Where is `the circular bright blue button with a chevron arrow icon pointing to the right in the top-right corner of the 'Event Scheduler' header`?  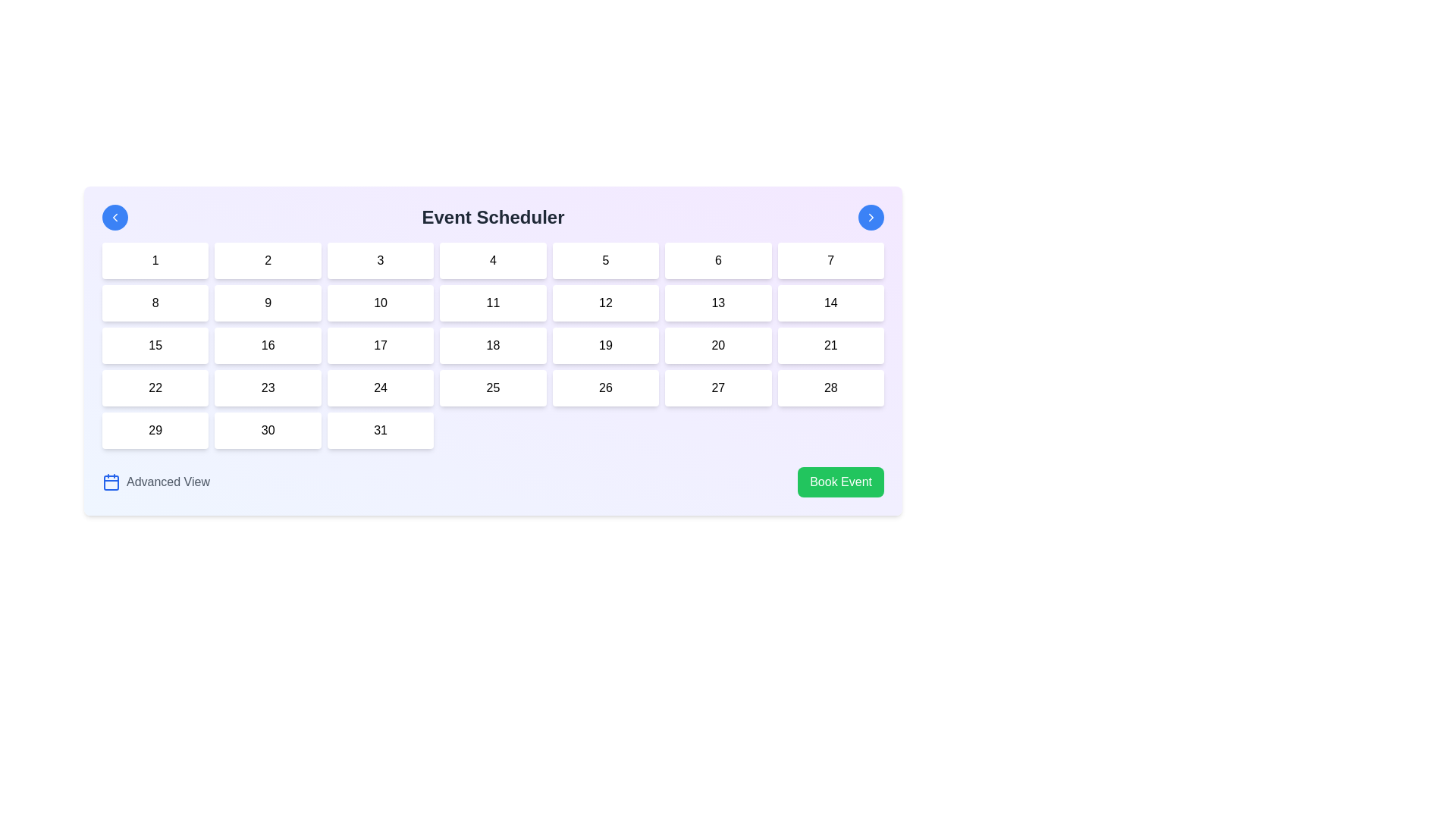 the circular bright blue button with a chevron arrow icon pointing to the right in the top-right corner of the 'Event Scheduler' header is located at coordinates (871, 217).